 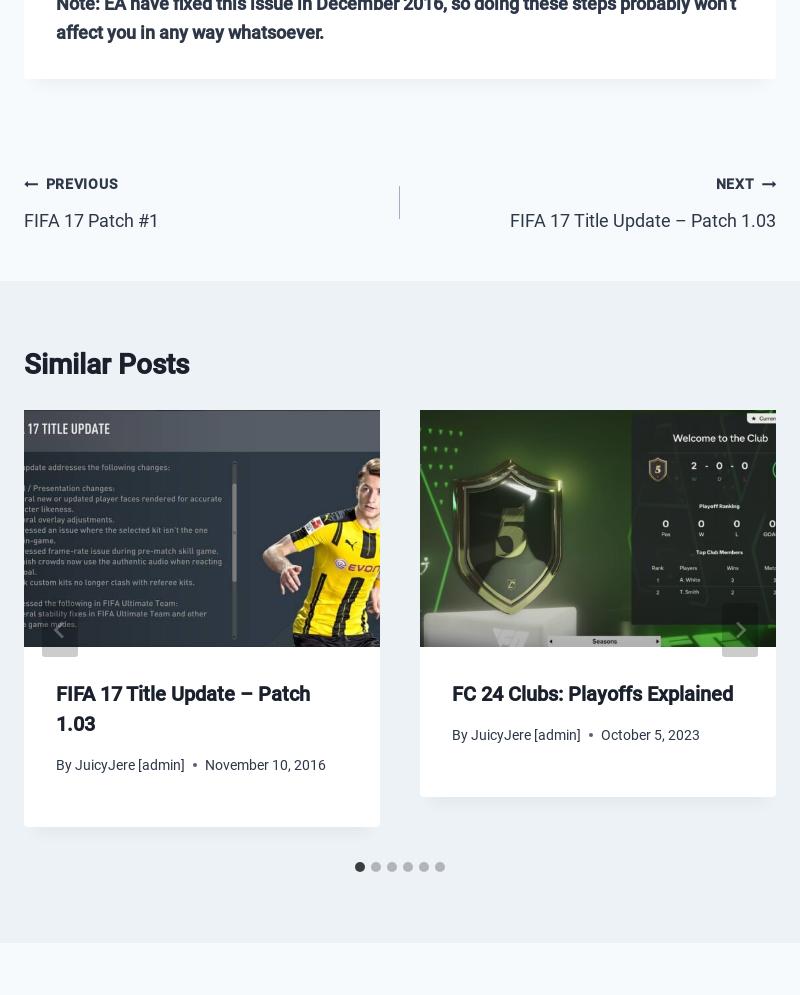 I want to click on 'November 10, 2016', so click(x=264, y=763).